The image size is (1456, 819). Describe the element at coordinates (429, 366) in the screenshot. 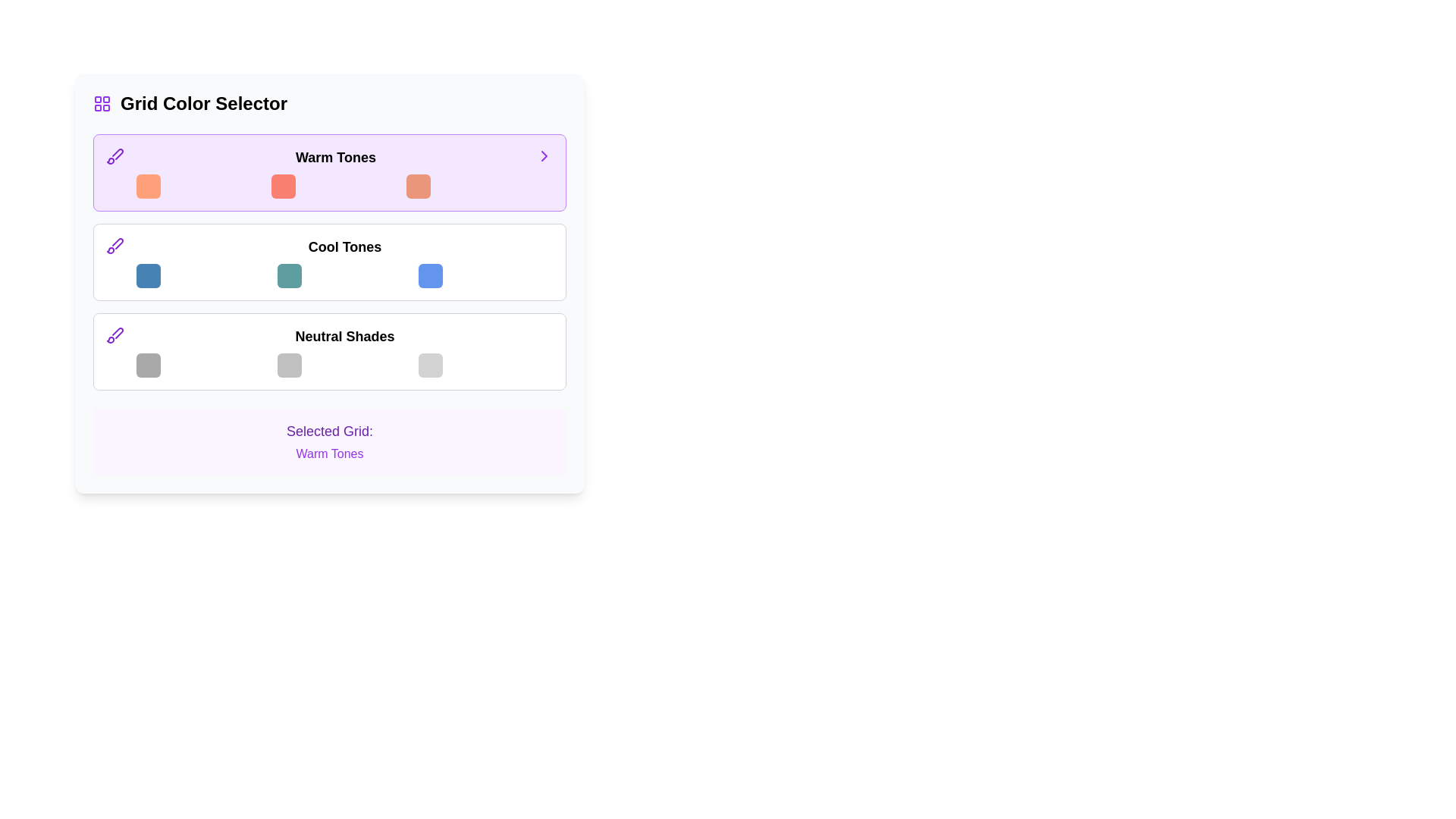

I see `the selectable color option located in the third position of the 'Neutral Shades' row` at that location.